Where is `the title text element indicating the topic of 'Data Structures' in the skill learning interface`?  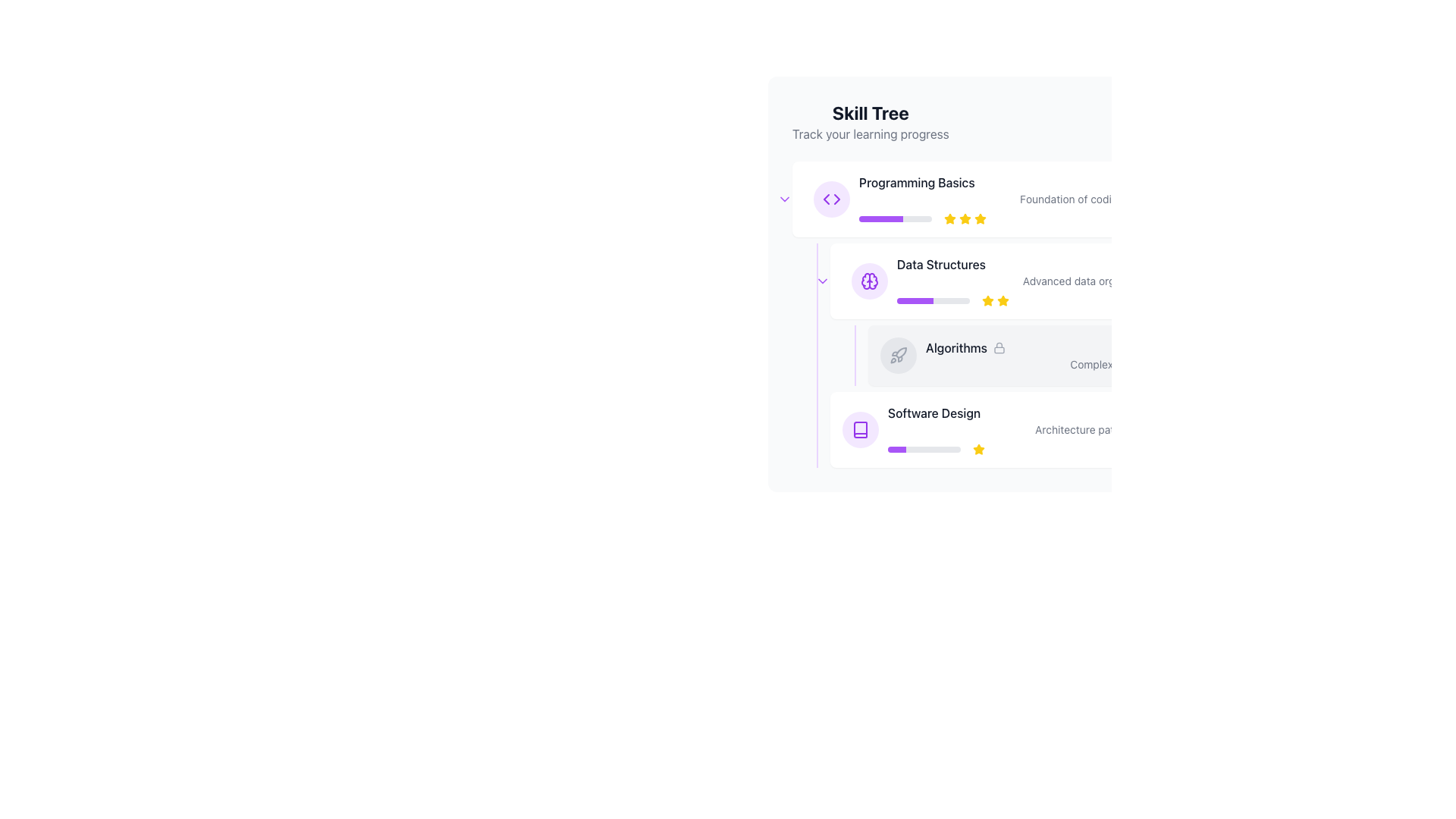
the title text element indicating the topic of 'Data Structures' in the skill learning interface is located at coordinates (1090, 263).